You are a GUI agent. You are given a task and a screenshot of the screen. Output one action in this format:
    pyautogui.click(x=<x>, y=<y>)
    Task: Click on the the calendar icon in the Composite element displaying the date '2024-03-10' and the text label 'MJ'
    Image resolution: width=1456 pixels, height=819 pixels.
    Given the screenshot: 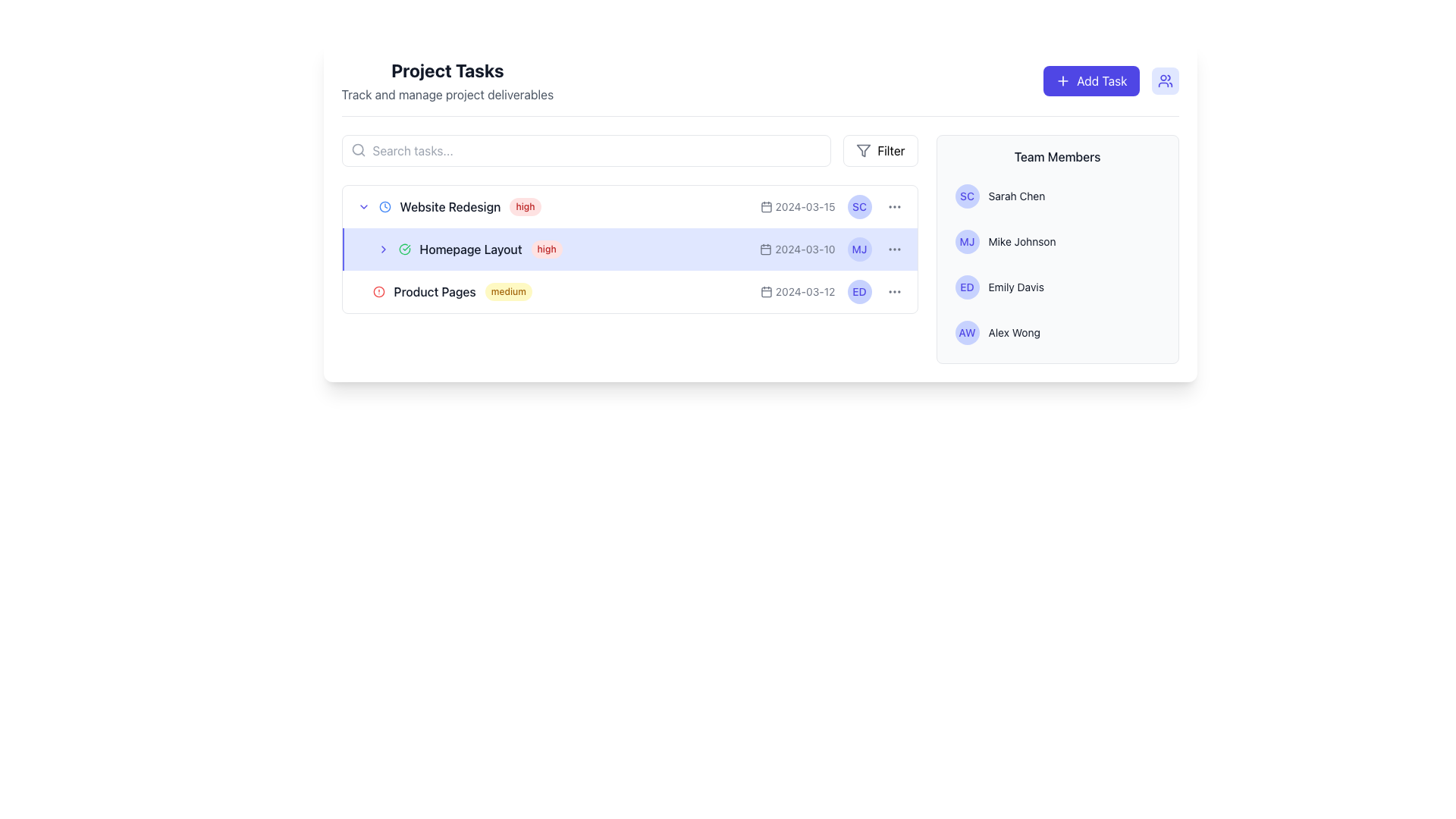 What is the action you would take?
    pyautogui.click(x=831, y=248)
    